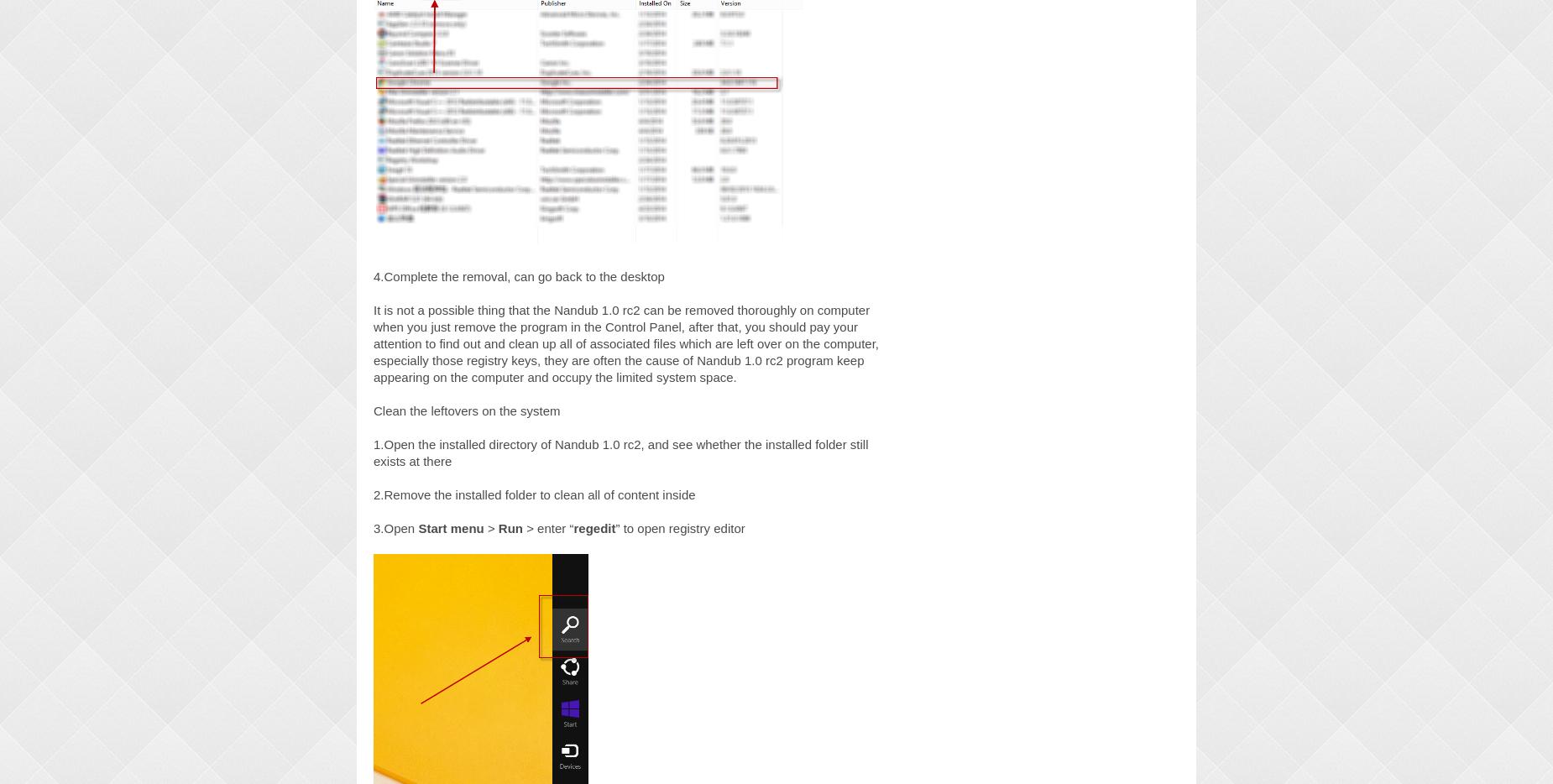  Describe the element at coordinates (548, 527) in the screenshot. I see `'> enter “'` at that location.